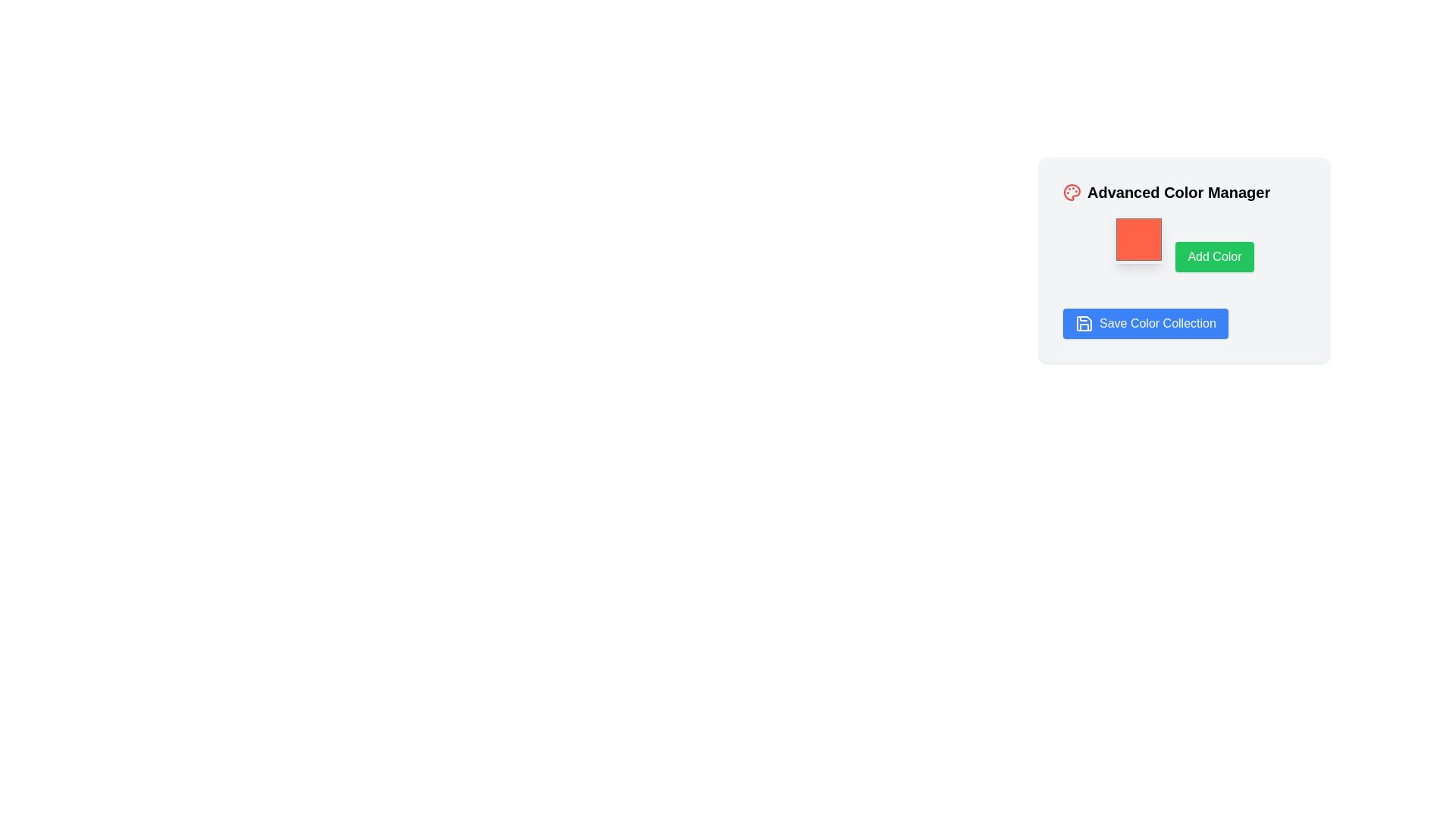  I want to click on the tomato red color swatch, so click(1139, 239).